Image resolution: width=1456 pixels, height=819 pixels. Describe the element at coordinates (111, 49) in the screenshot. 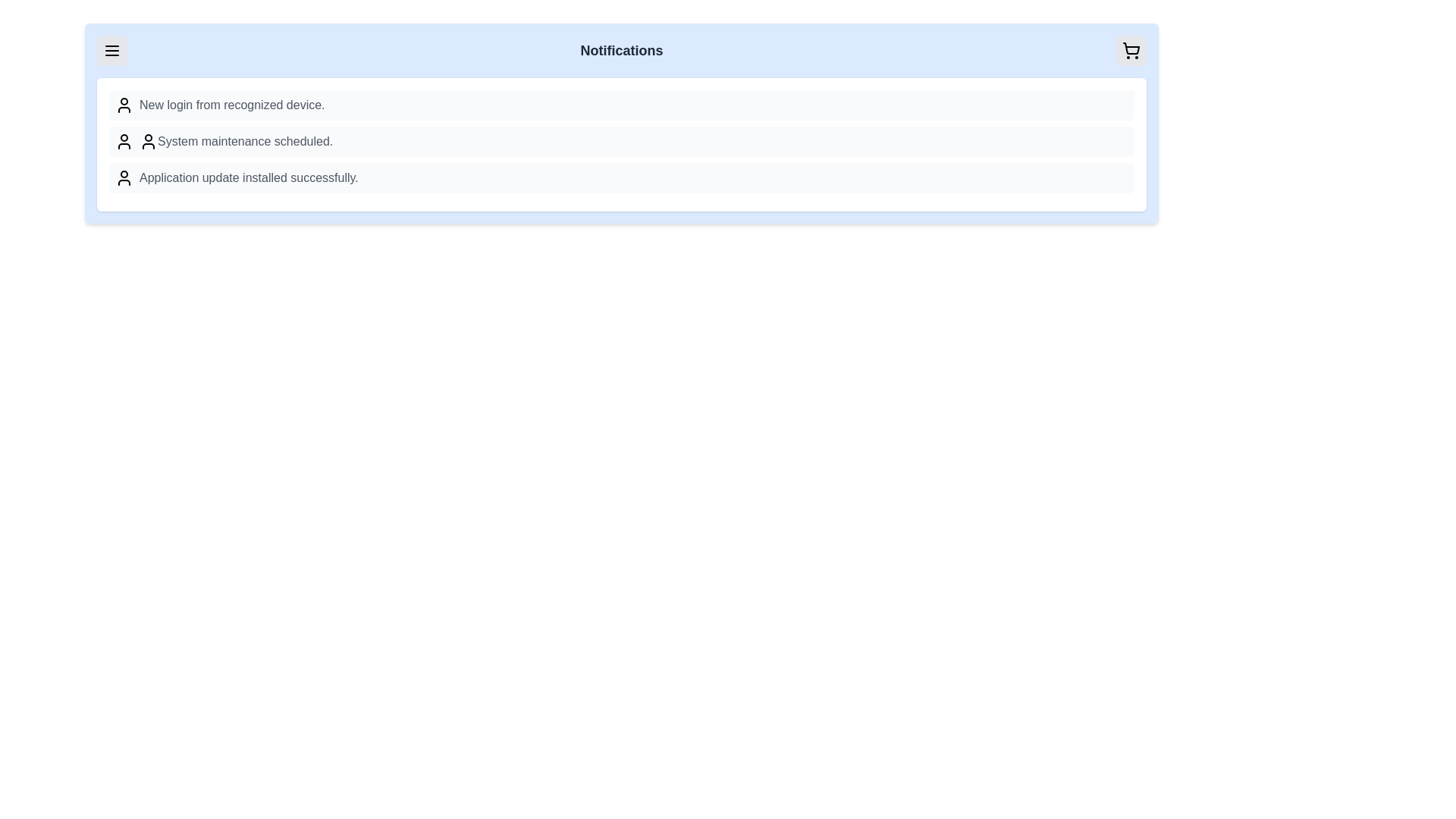

I see `the small rectangular button with rounded corners and a light gray background, featuring three horizontal black lines` at that location.